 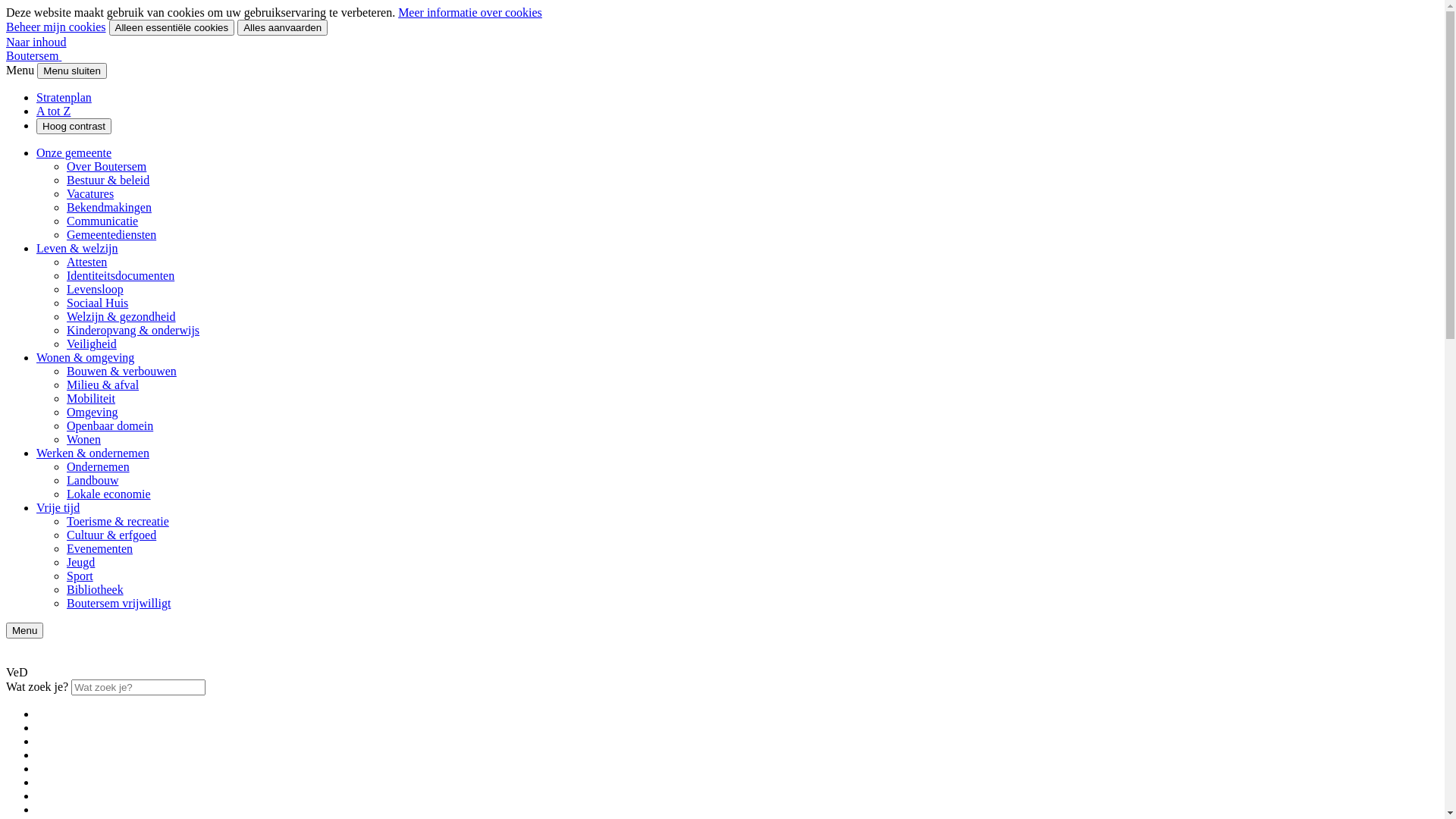 What do you see at coordinates (65, 221) in the screenshot?
I see `'Communicatie'` at bounding box center [65, 221].